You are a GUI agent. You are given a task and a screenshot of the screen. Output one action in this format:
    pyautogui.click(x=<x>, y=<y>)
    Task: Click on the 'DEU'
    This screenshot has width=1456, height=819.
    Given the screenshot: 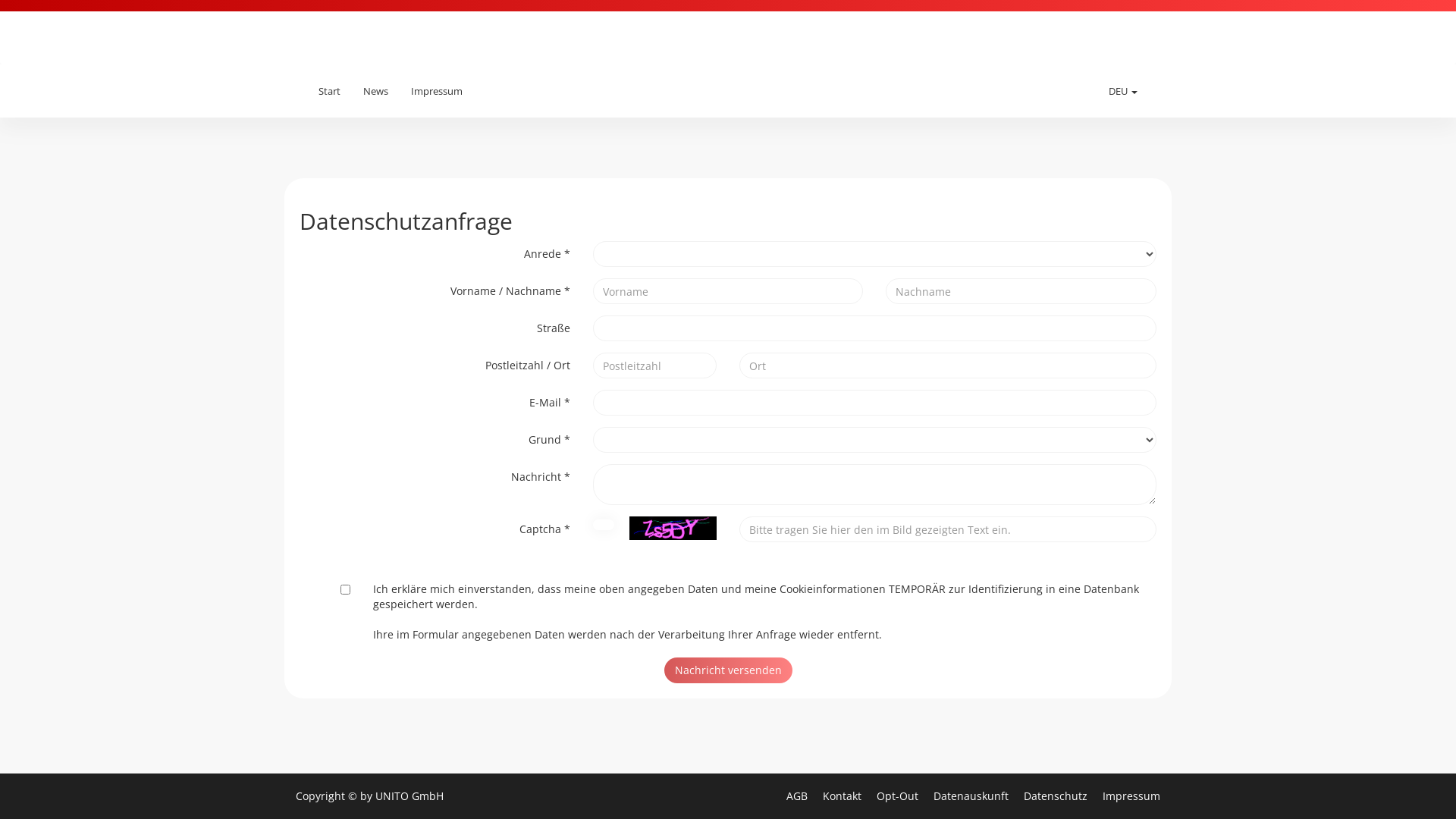 What is the action you would take?
    pyautogui.click(x=1123, y=90)
    